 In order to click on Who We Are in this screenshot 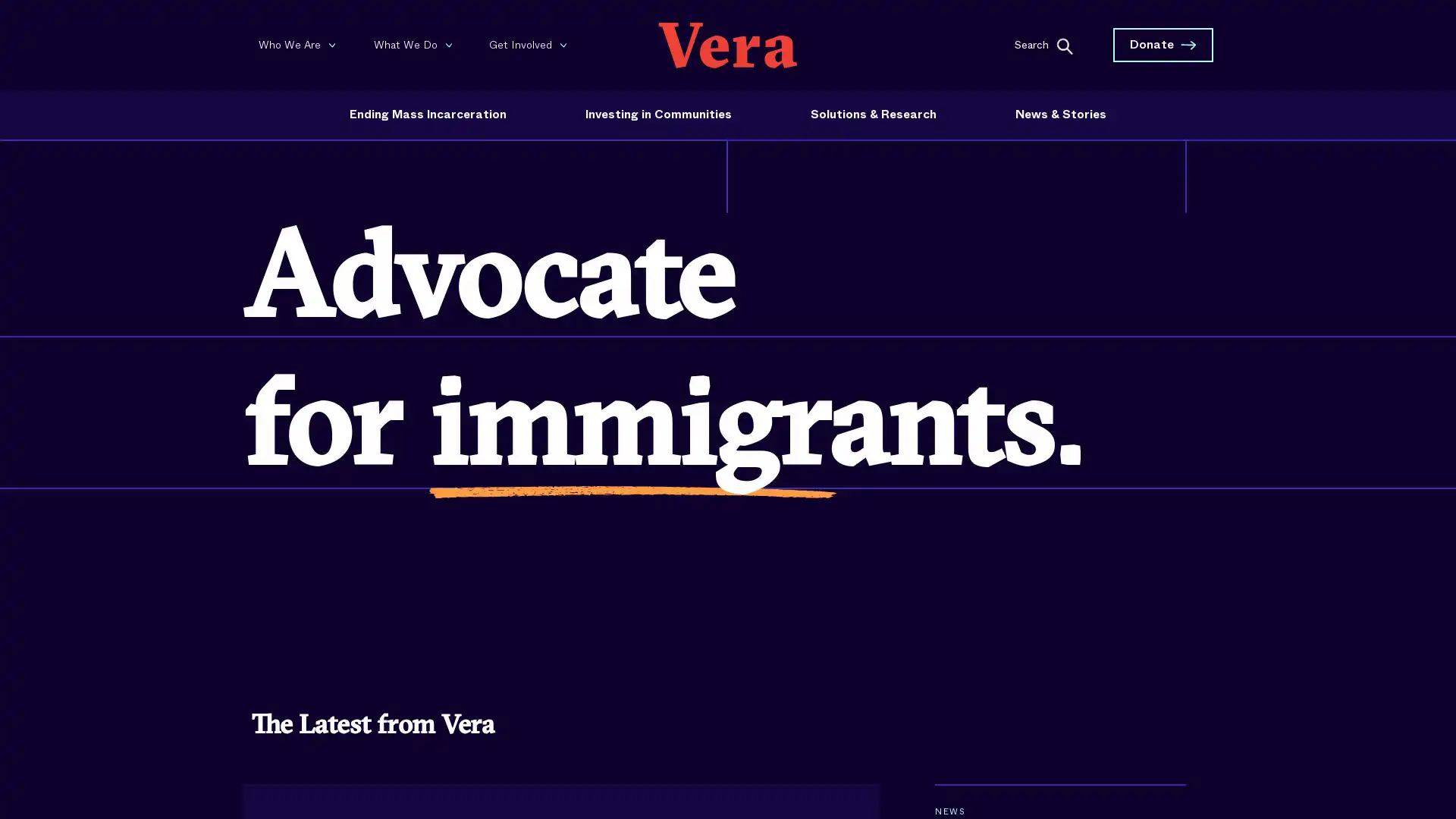, I will do `click(300, 43)`.